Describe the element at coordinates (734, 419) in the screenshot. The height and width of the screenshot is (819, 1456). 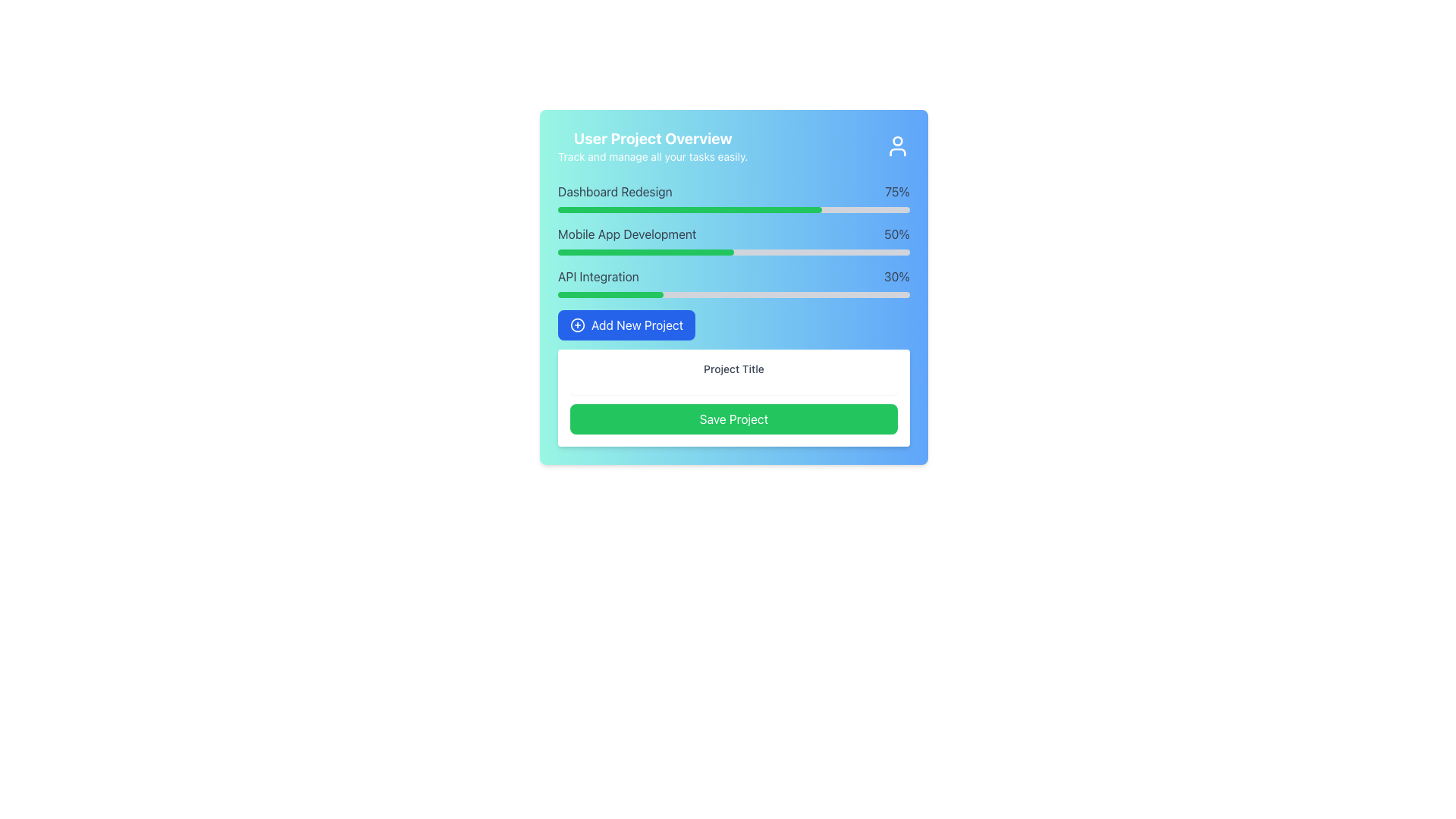
I see `the green rectangular button labeled 'Save Project'` at that location.